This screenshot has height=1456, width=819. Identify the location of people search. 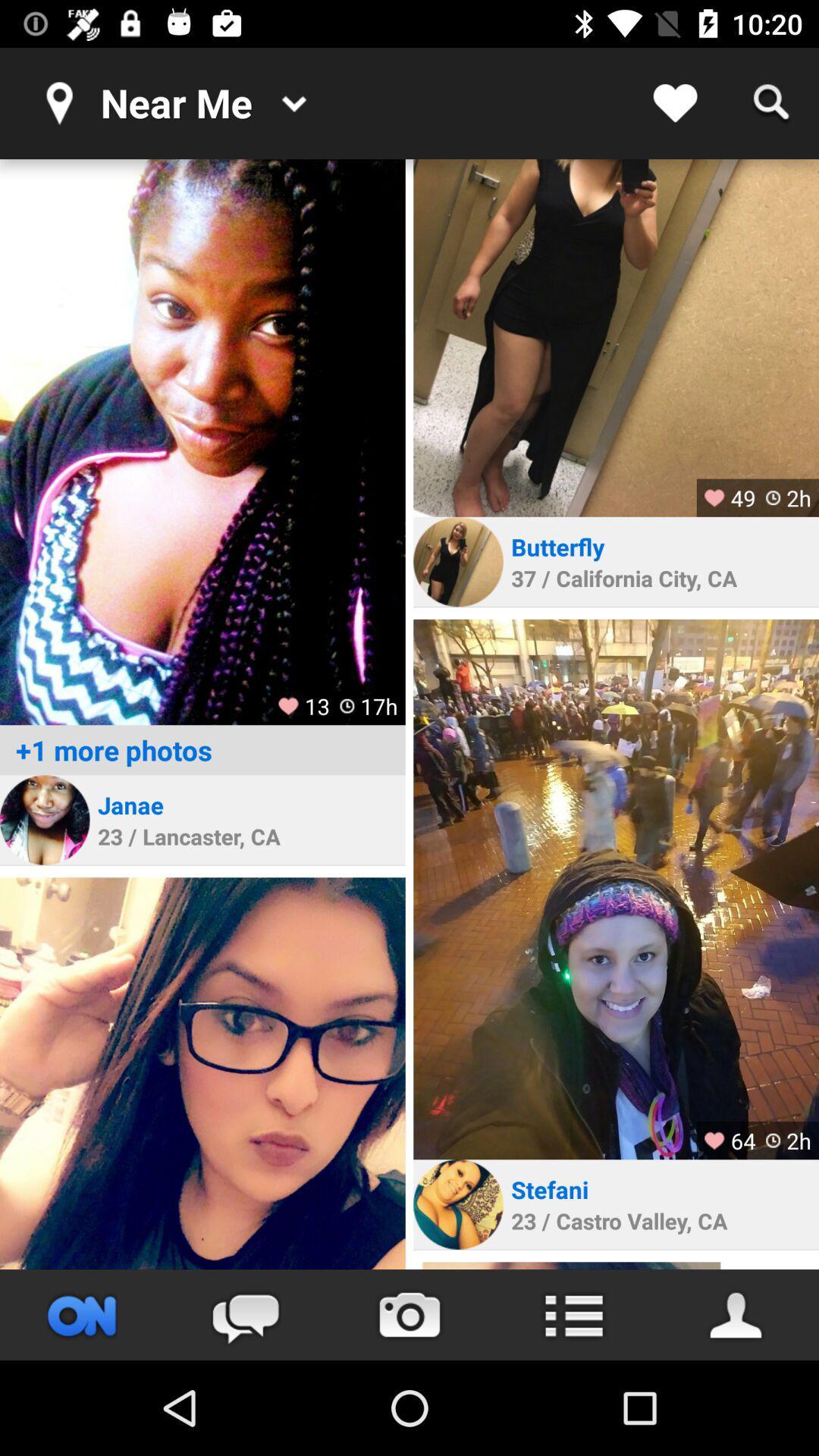
(736, 1314).